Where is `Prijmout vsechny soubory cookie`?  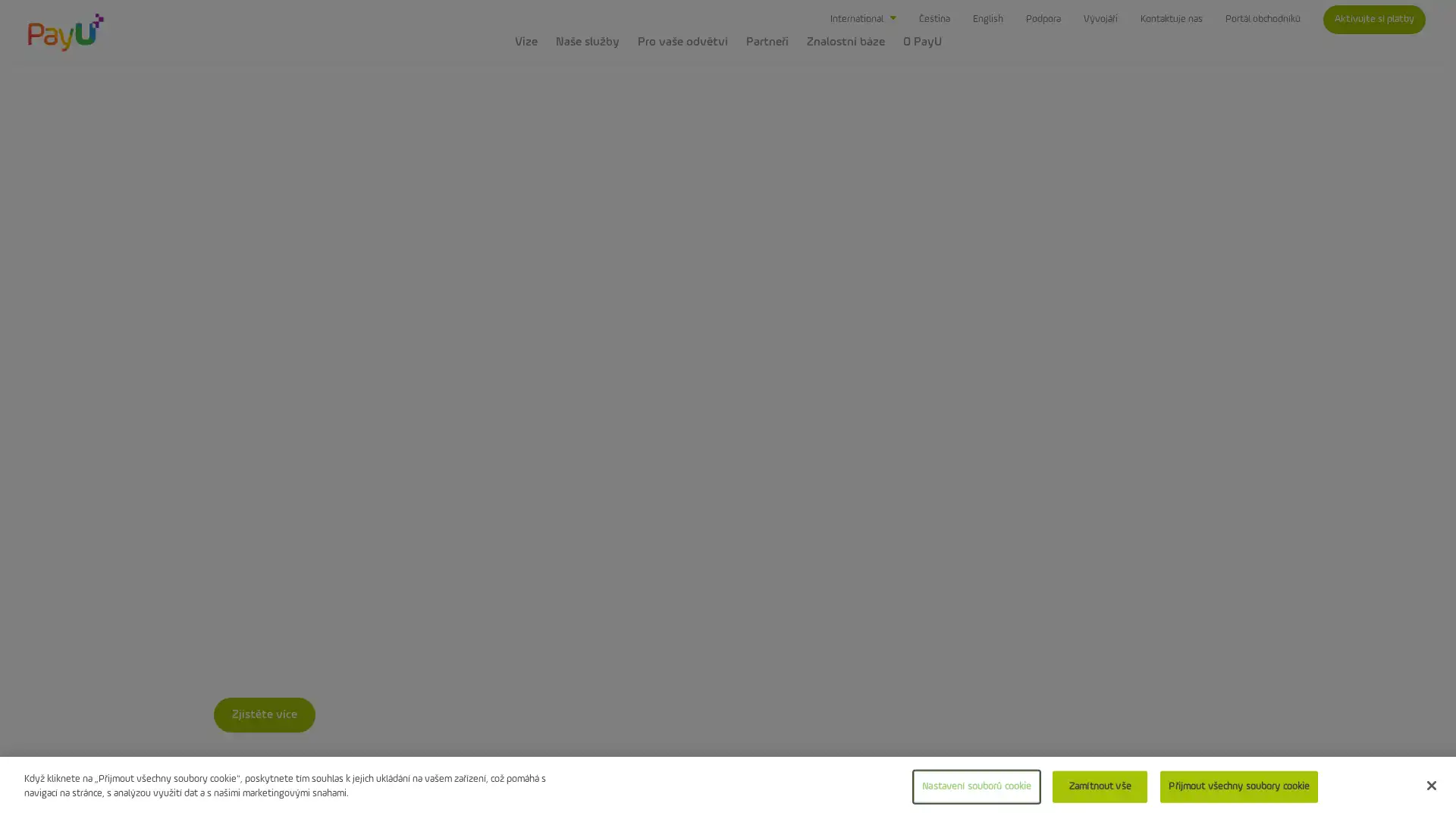
Prijmout vsechny soubory cookie is located at coordinates (1238, 786).